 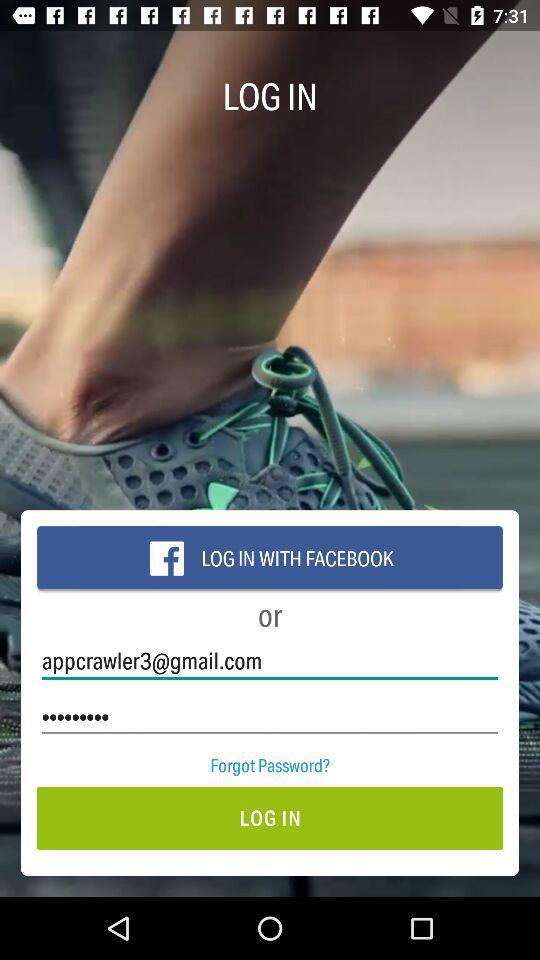 I want to click on the crowd3116, so click(x=270, y=716).